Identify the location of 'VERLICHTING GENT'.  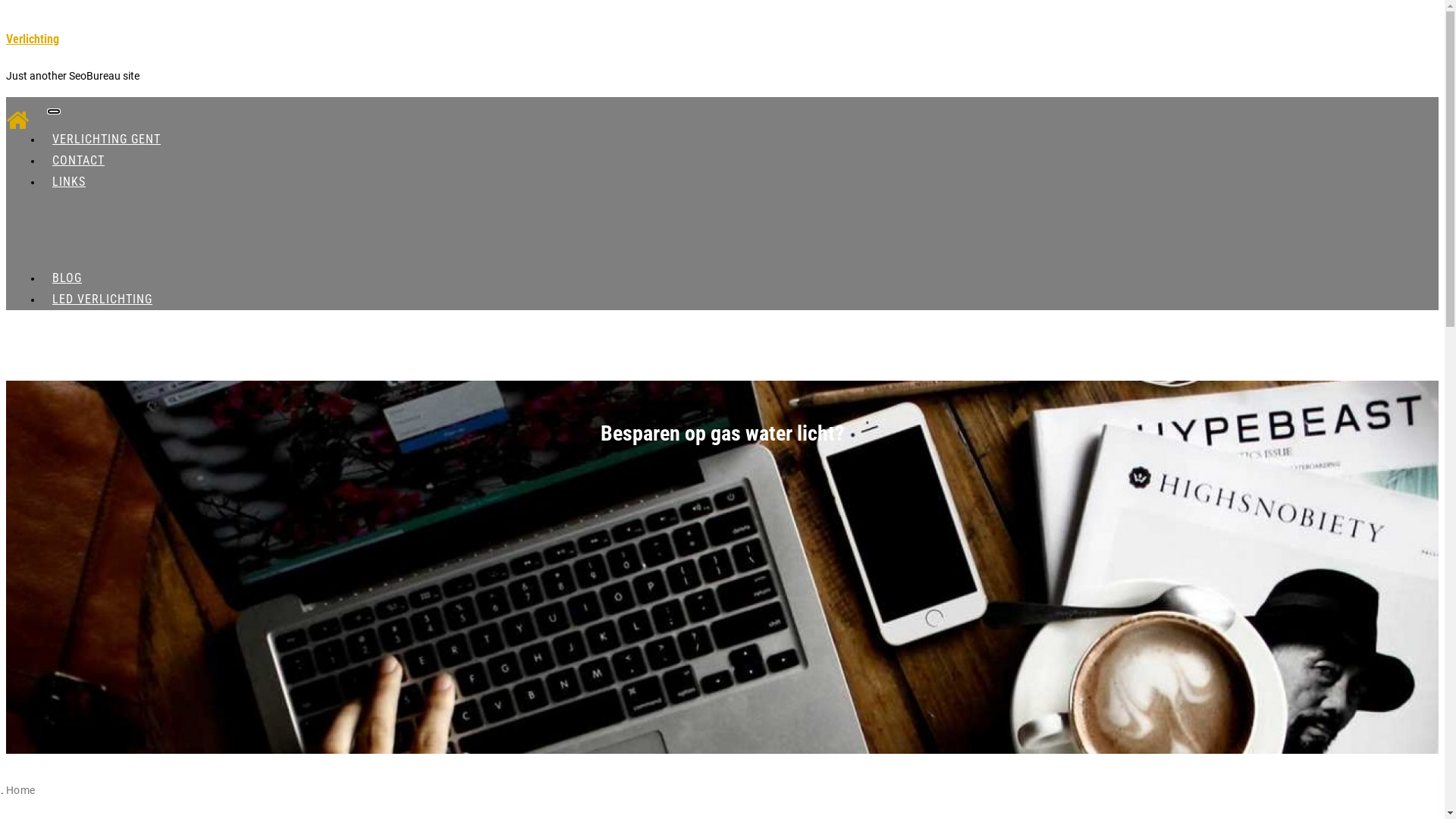
(105, 139).